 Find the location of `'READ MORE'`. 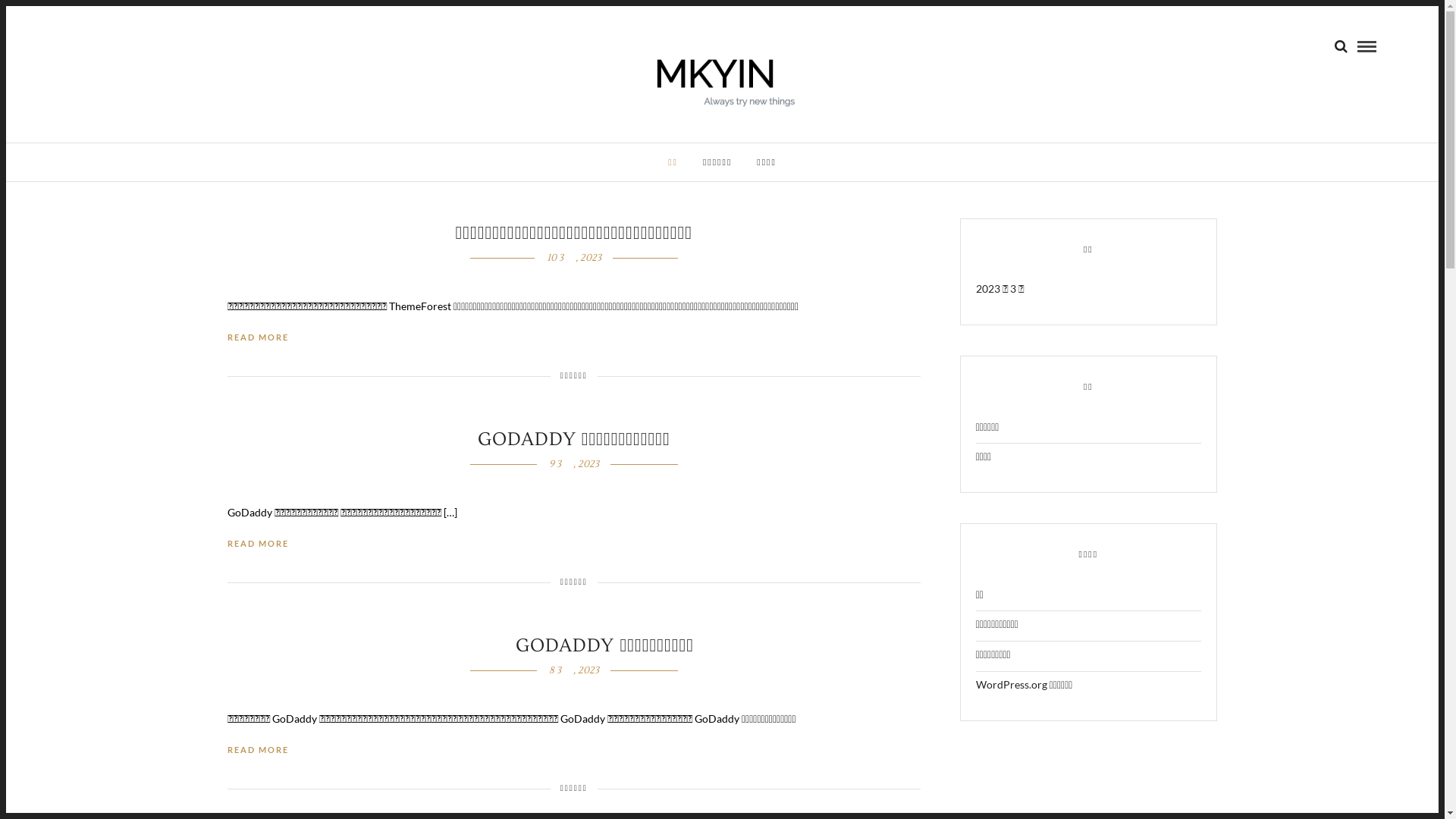

'READ MORE' is located at coordinates (258, 337).